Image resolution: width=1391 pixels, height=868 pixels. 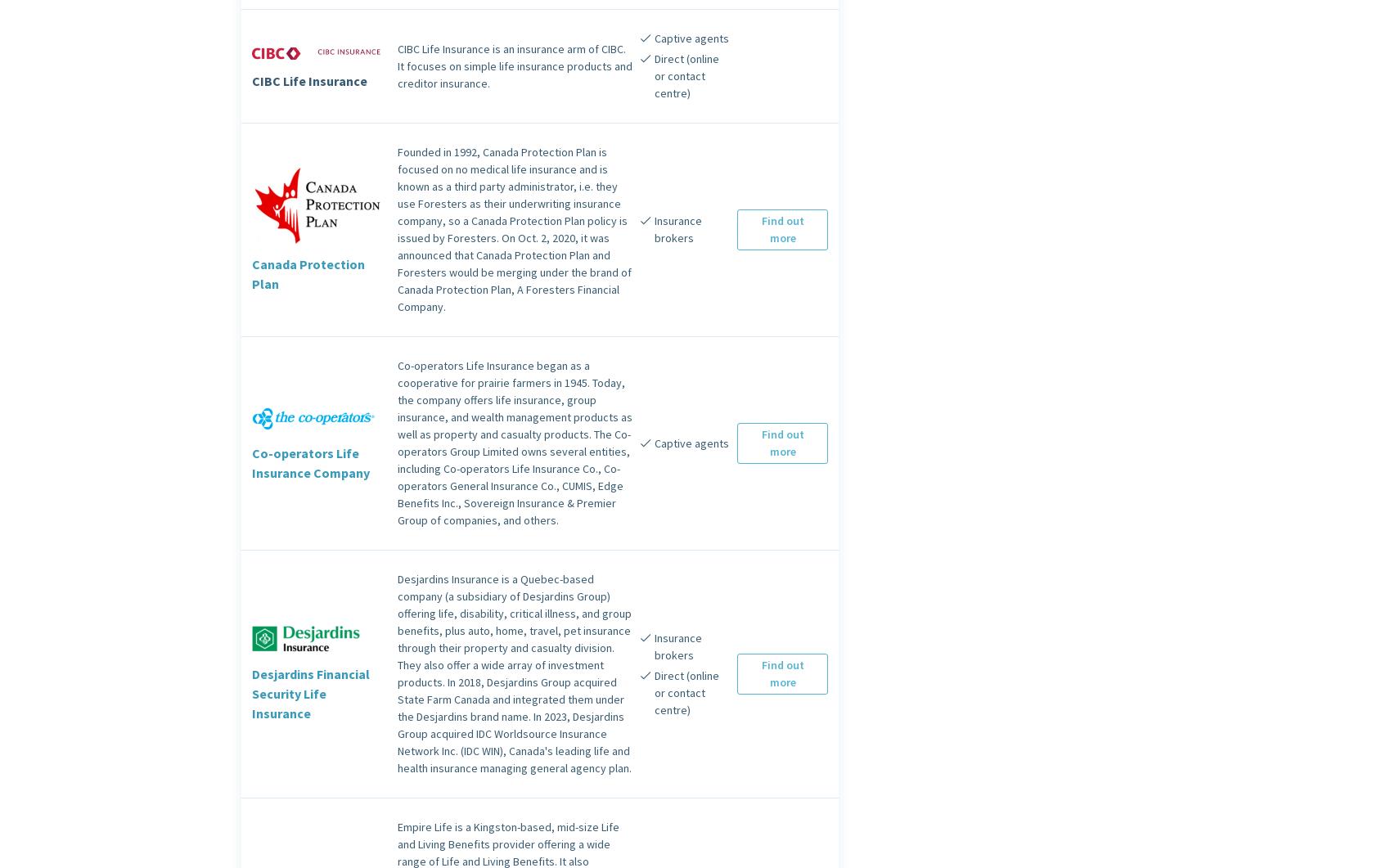 What do you see at coordinates (308, 272) in the screenshot?
I see `'Canada Protection Plan'` at bounding box center [308, 272].